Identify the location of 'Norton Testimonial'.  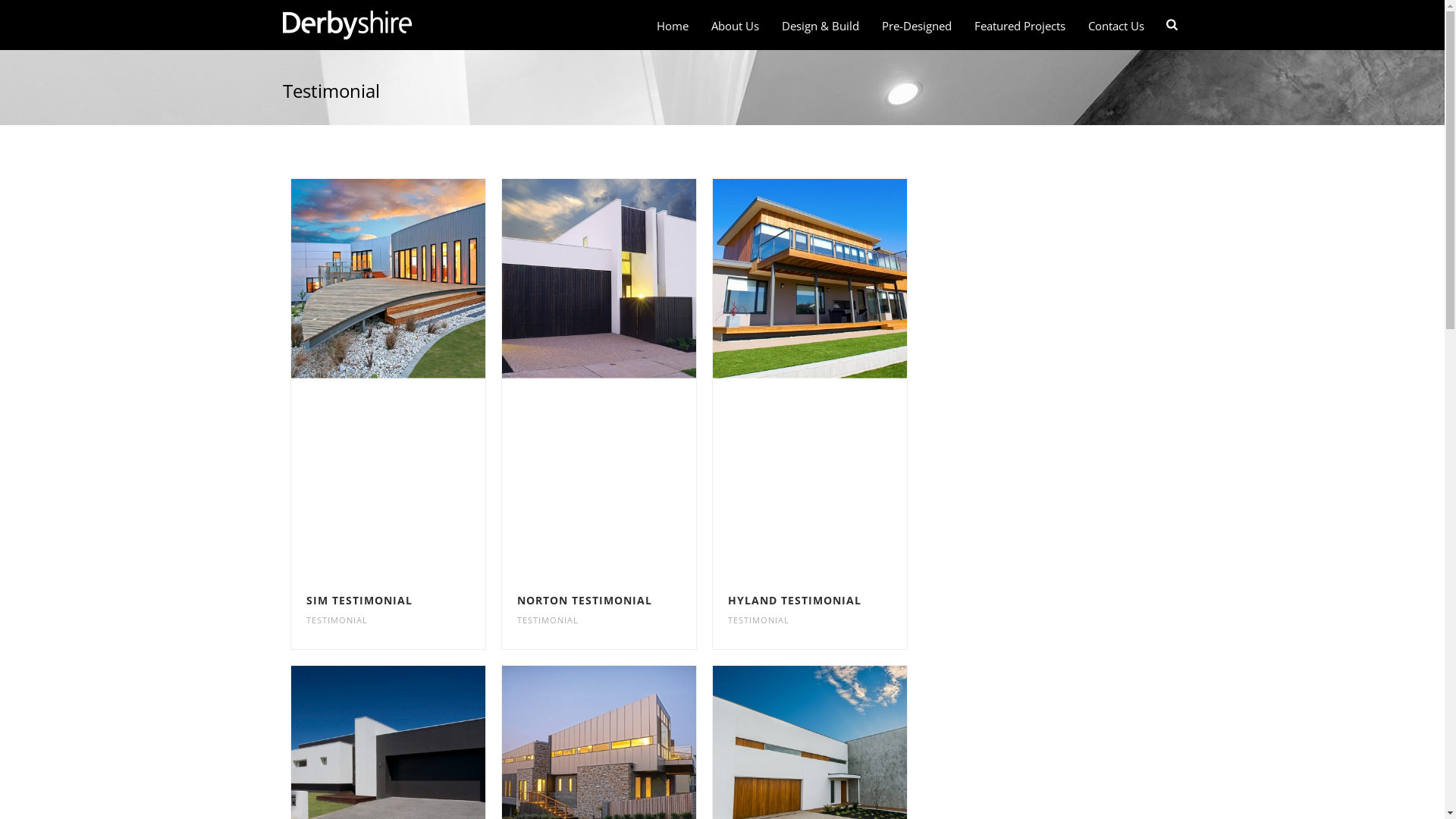
(597, 278).